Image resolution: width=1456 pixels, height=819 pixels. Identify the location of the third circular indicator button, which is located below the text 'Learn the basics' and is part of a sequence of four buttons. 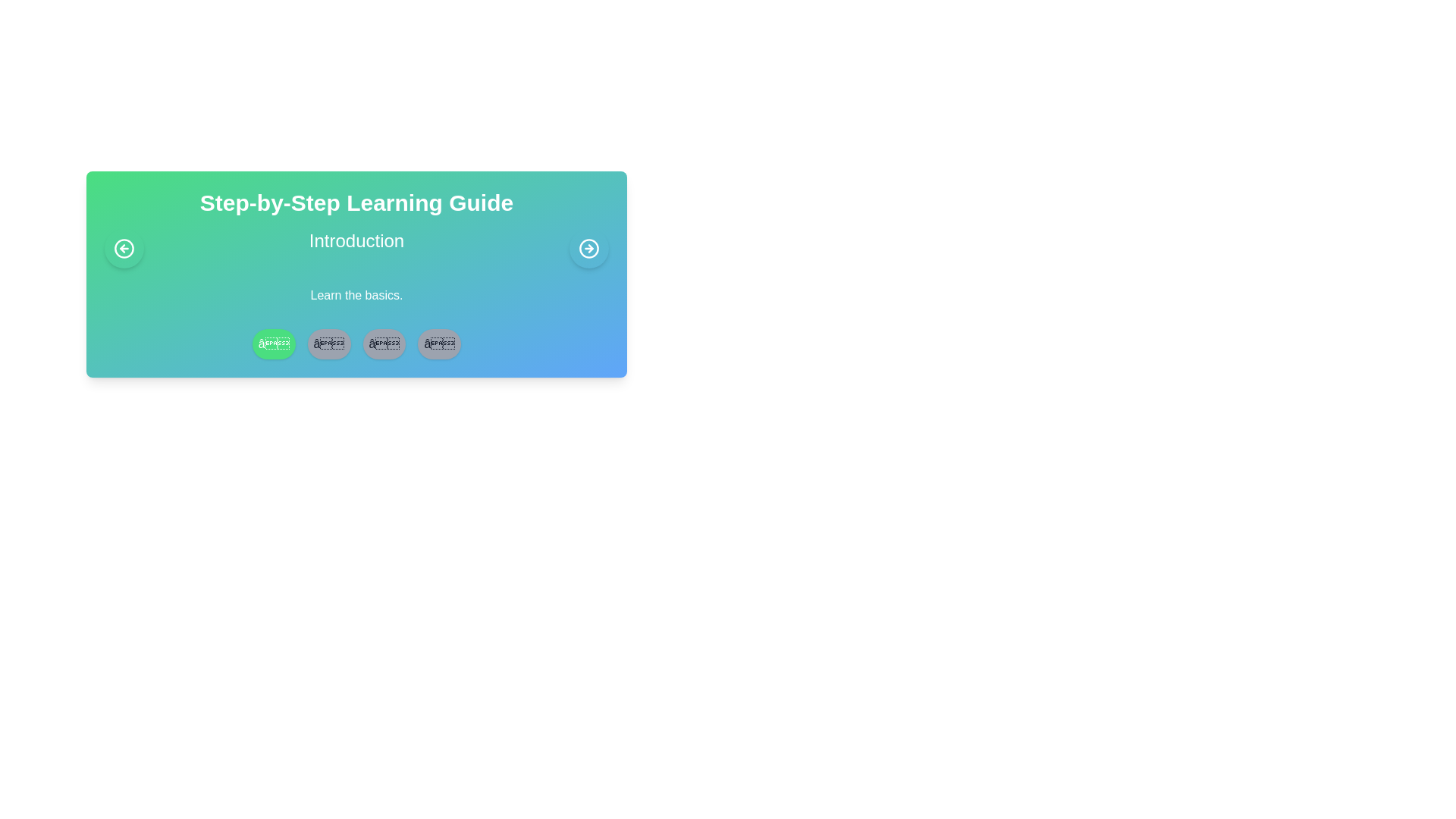
(384, 344).